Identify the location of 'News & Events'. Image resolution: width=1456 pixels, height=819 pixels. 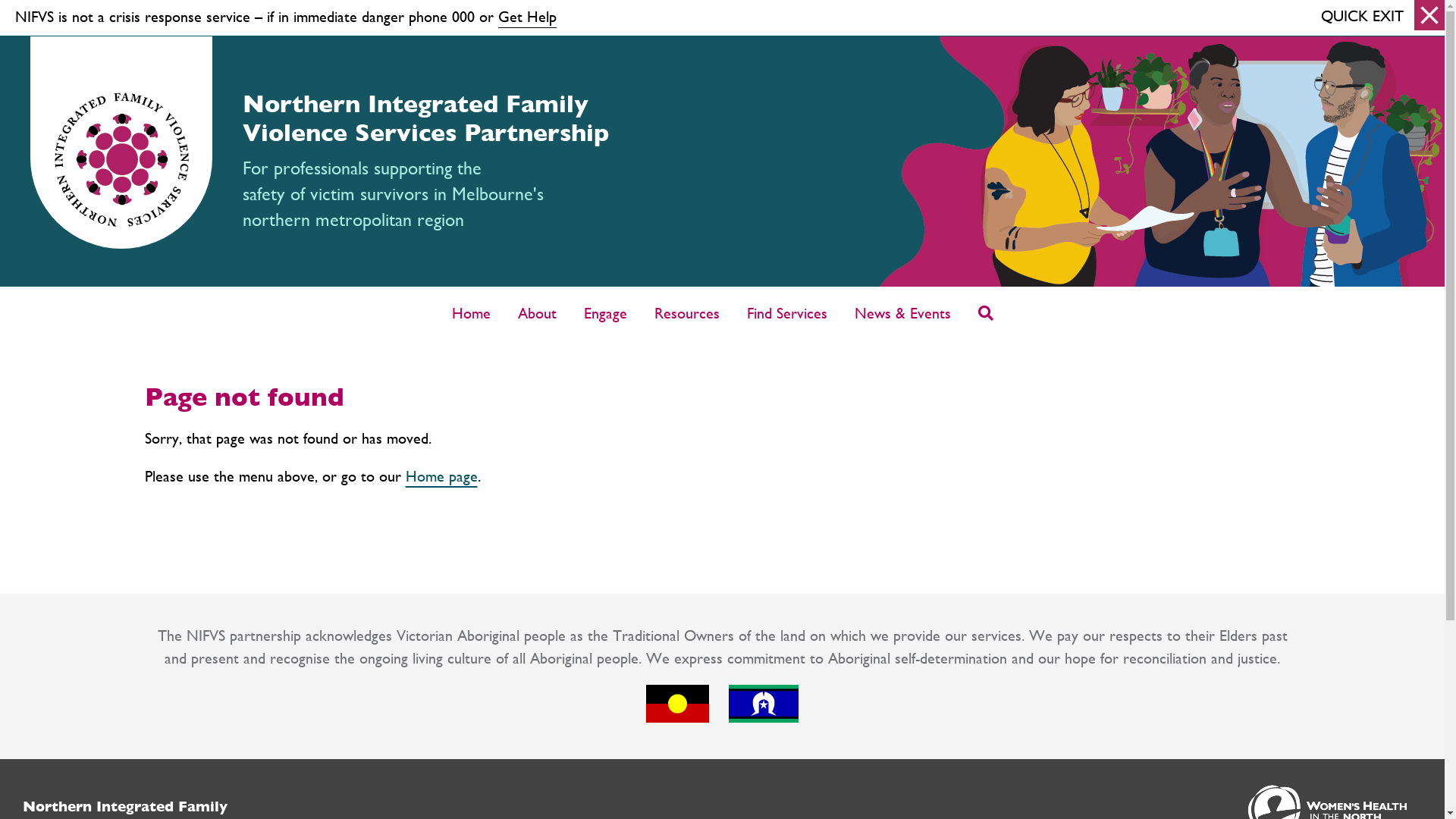
(902, 312).